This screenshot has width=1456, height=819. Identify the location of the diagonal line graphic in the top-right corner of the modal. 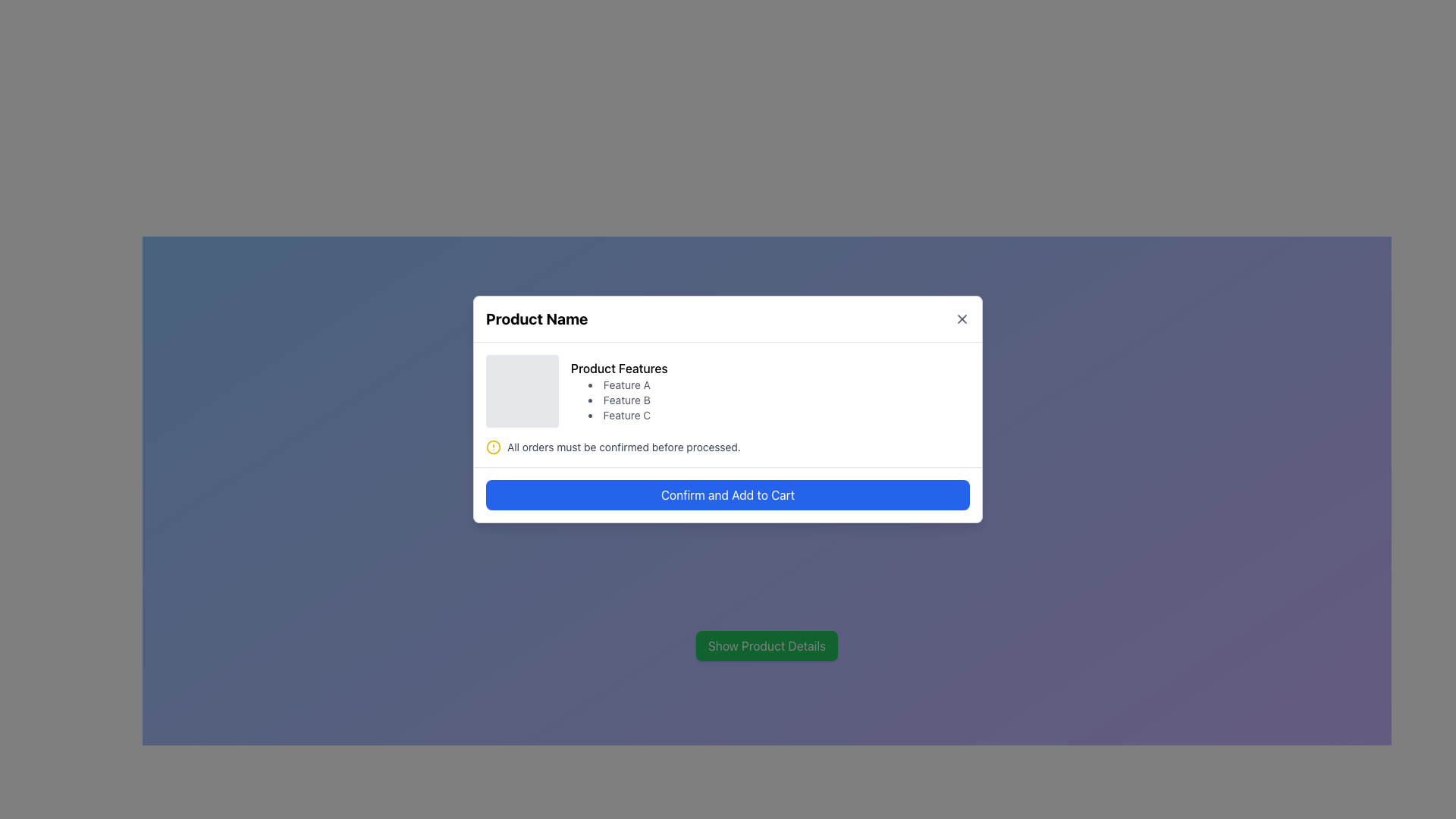
(961, 318).